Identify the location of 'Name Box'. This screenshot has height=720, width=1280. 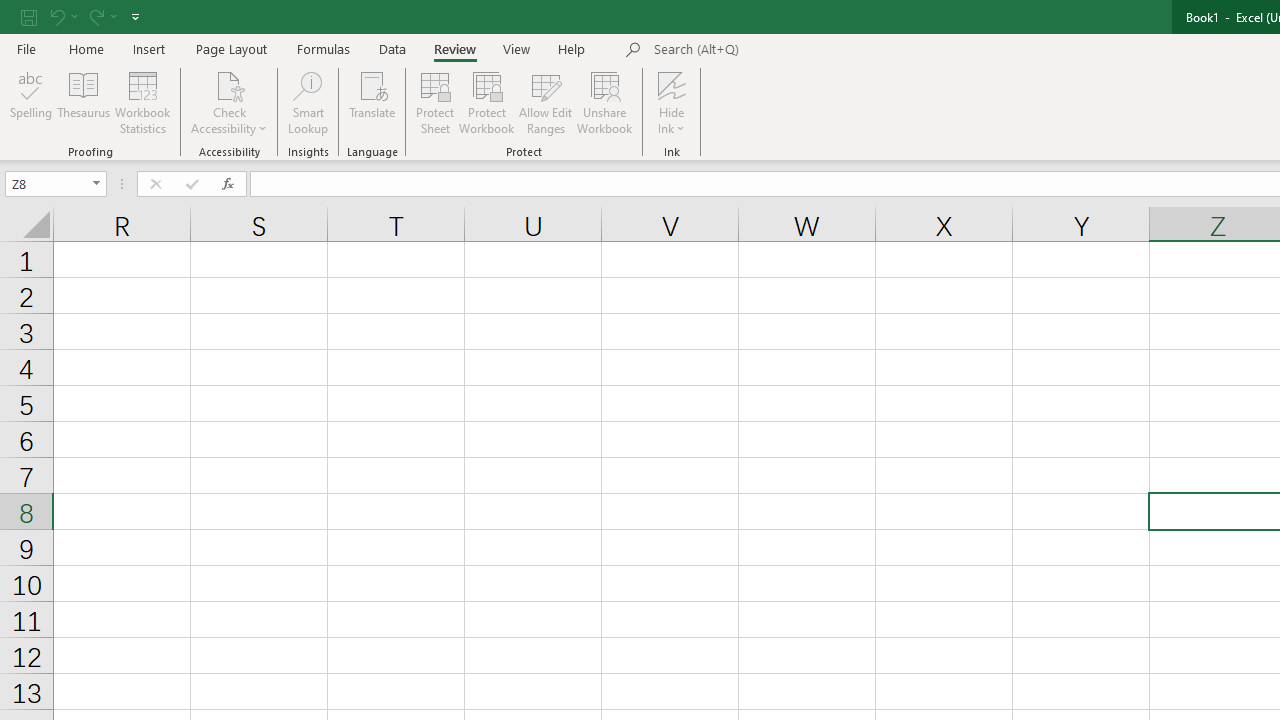
(47, 183).